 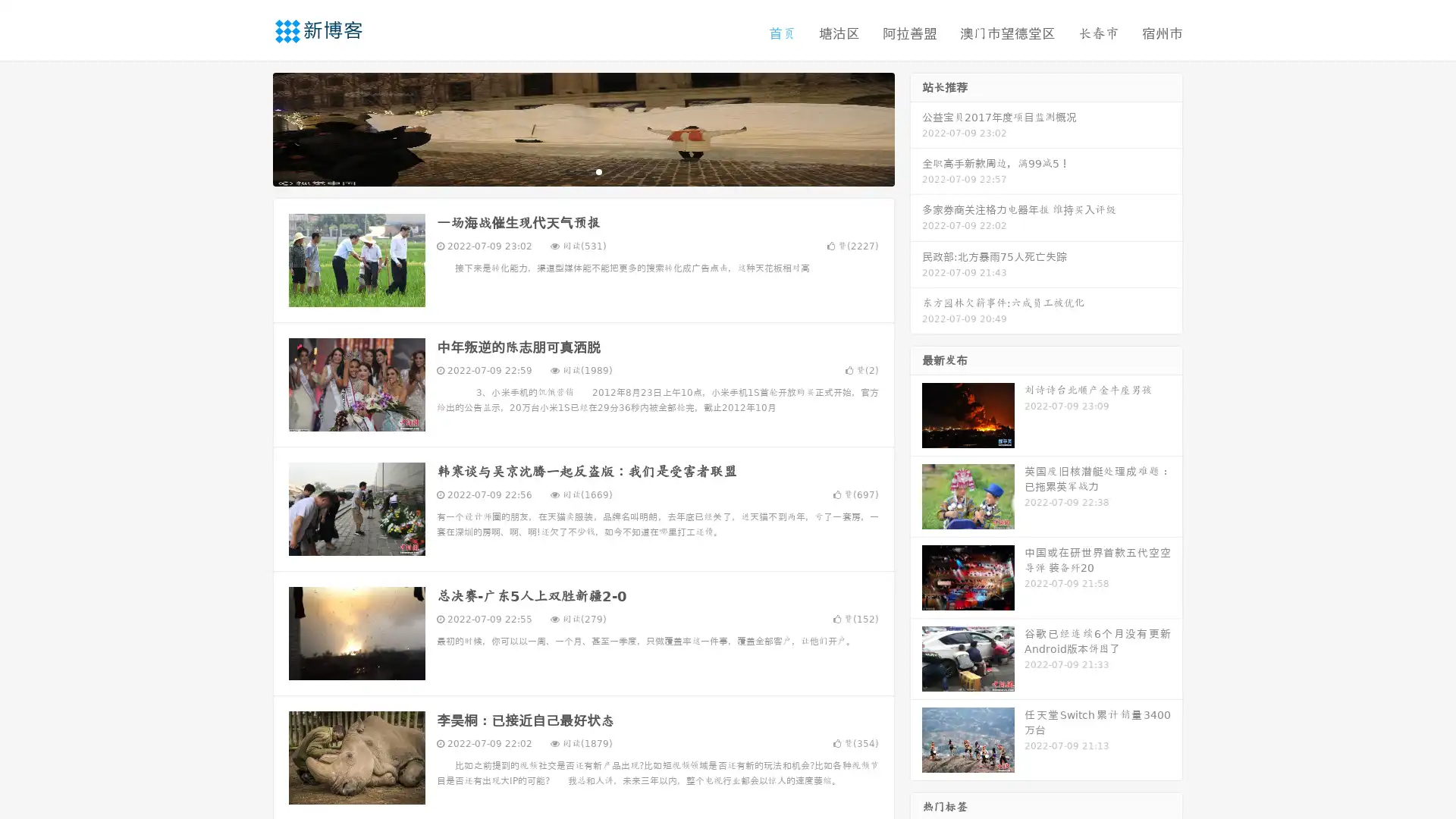 I want to click on Previous slide, so click(x=250, y=127).